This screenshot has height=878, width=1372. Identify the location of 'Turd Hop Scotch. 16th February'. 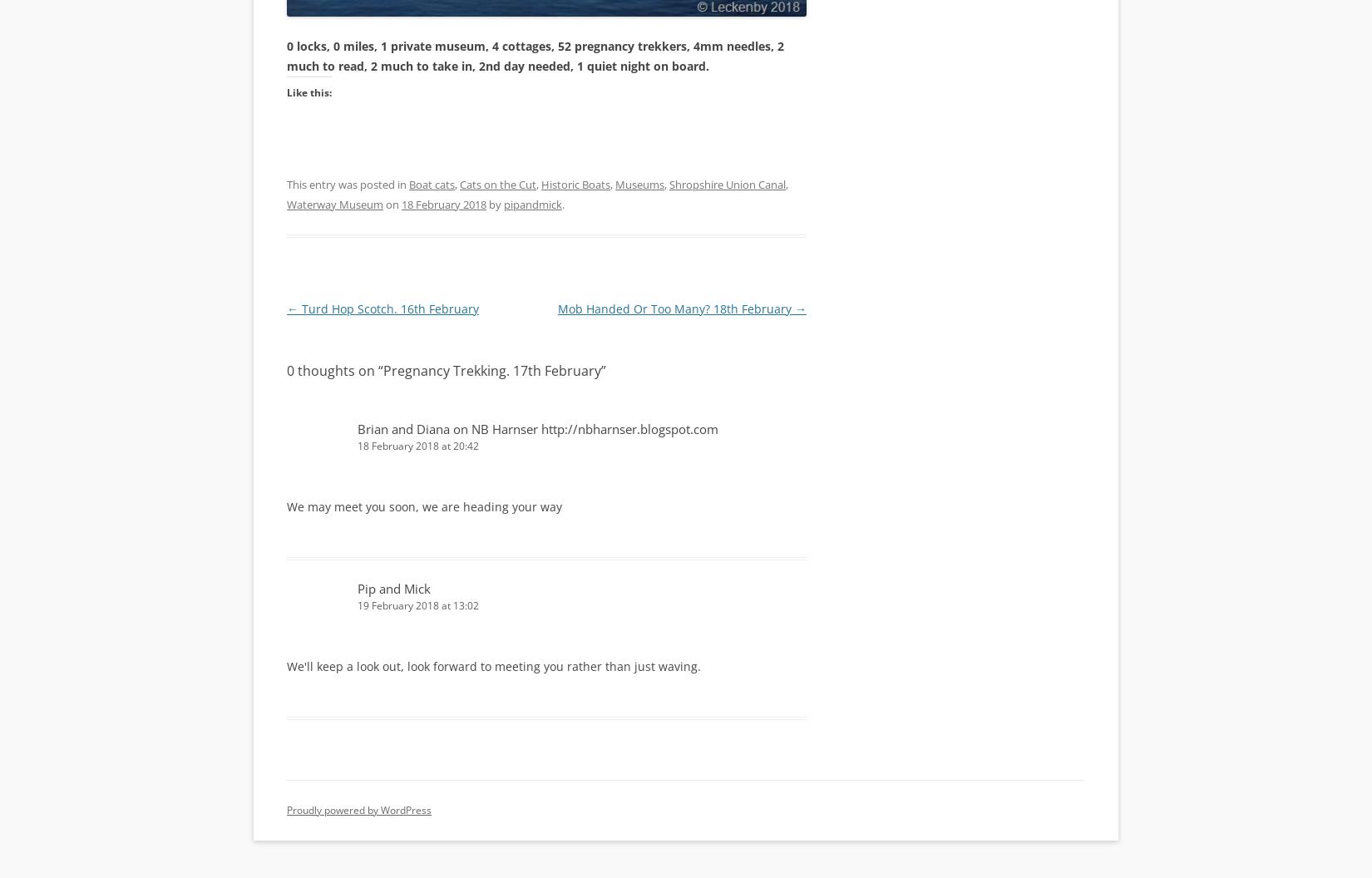
(387, 307).